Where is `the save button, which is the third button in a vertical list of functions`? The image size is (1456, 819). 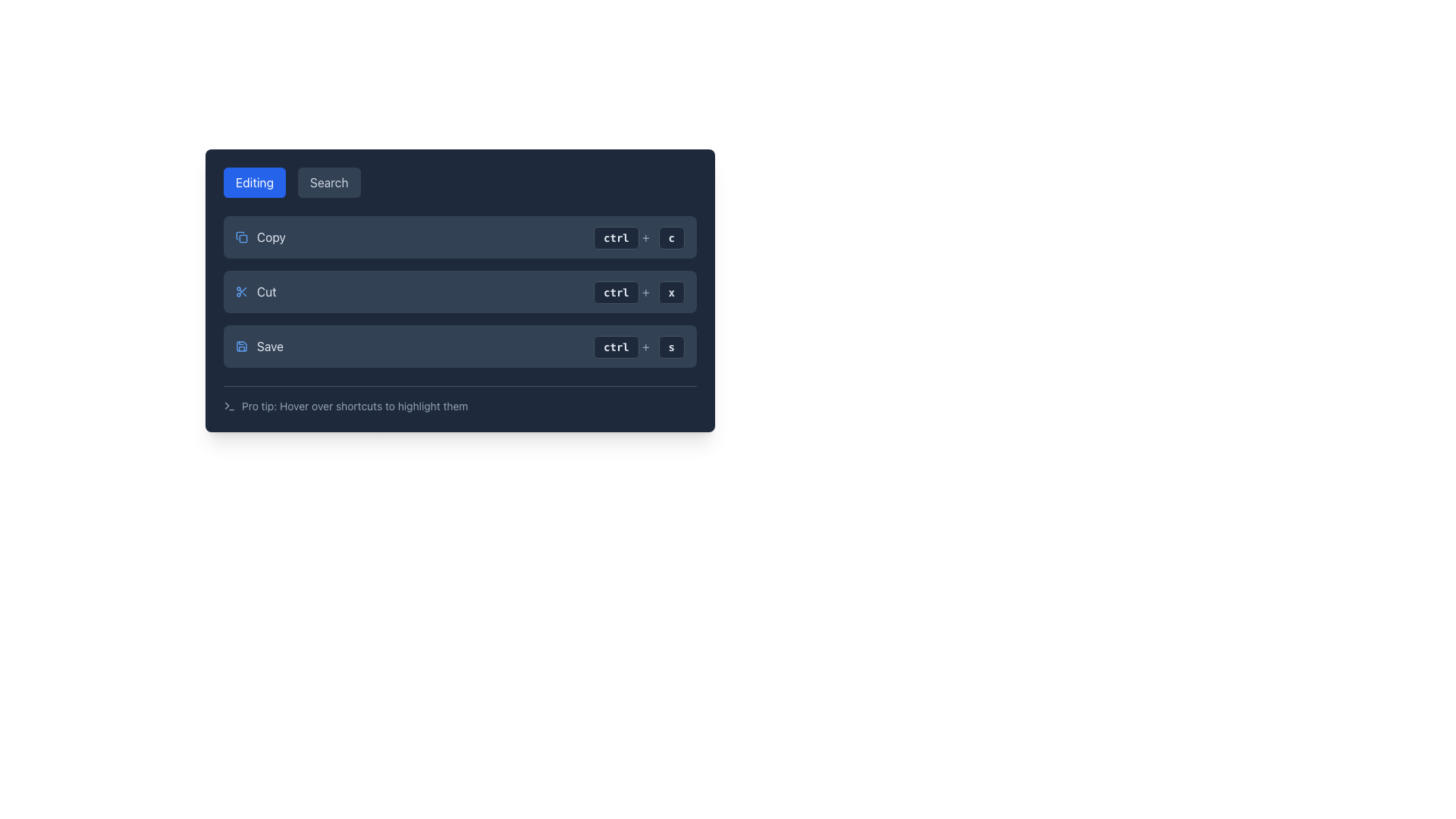 the save button, which is the third button in a vertical list of functions is located at coordinates (459, 346).